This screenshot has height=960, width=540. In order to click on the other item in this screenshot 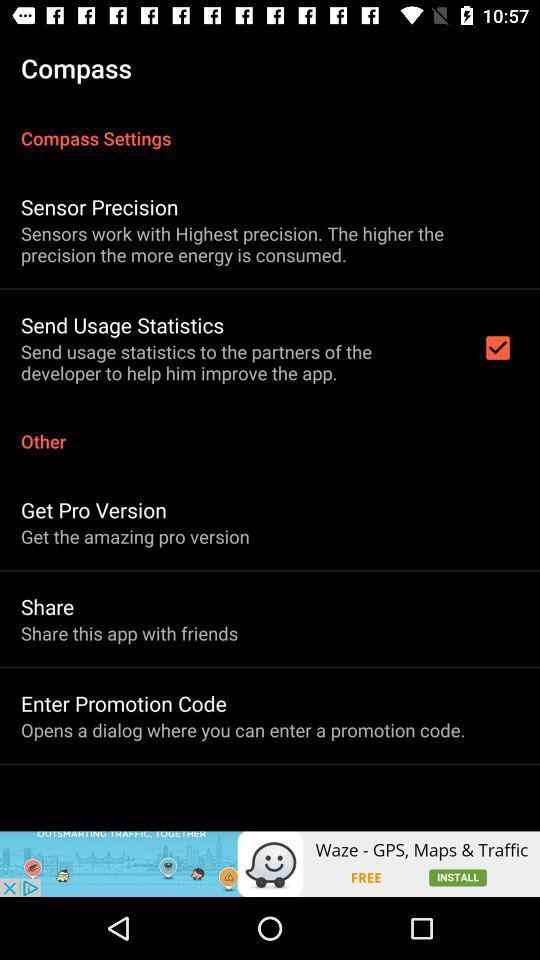, I will do `click(270, 430)`.